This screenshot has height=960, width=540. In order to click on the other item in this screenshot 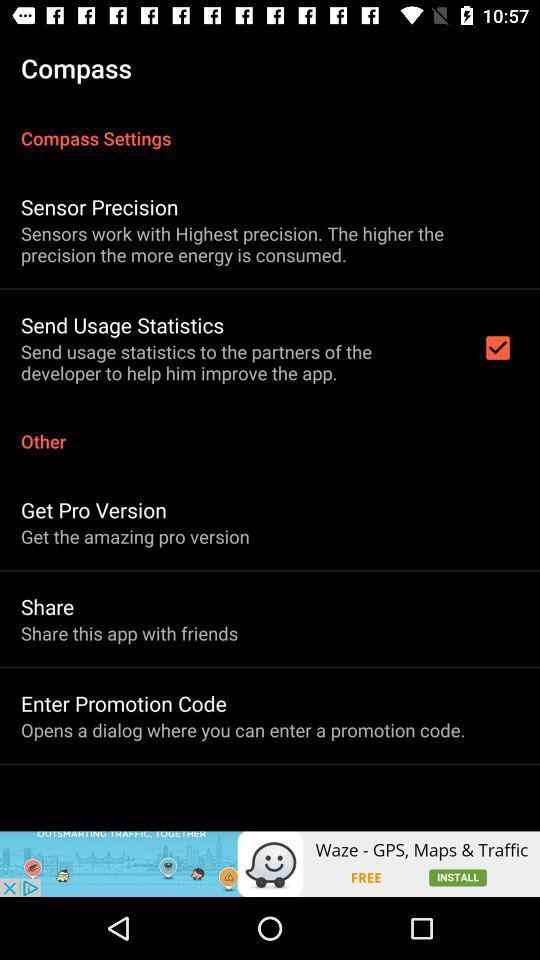, I will do `click(270, 430)`.